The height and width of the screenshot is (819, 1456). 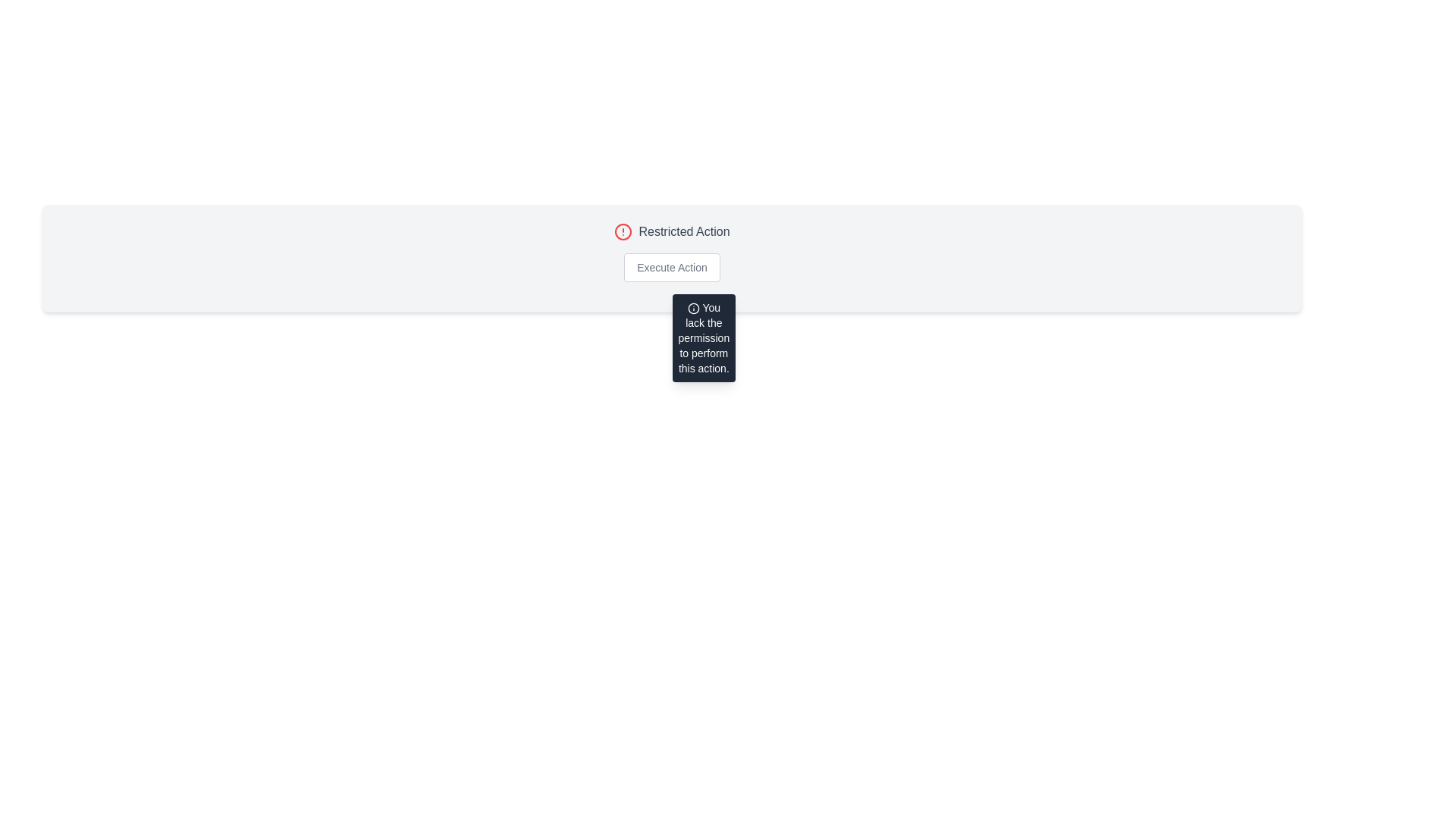 I want to click on the disabled button located beneath the 'Restricted Action' text, indicating that the action is not available or permissible, so click(x=671, y=267).